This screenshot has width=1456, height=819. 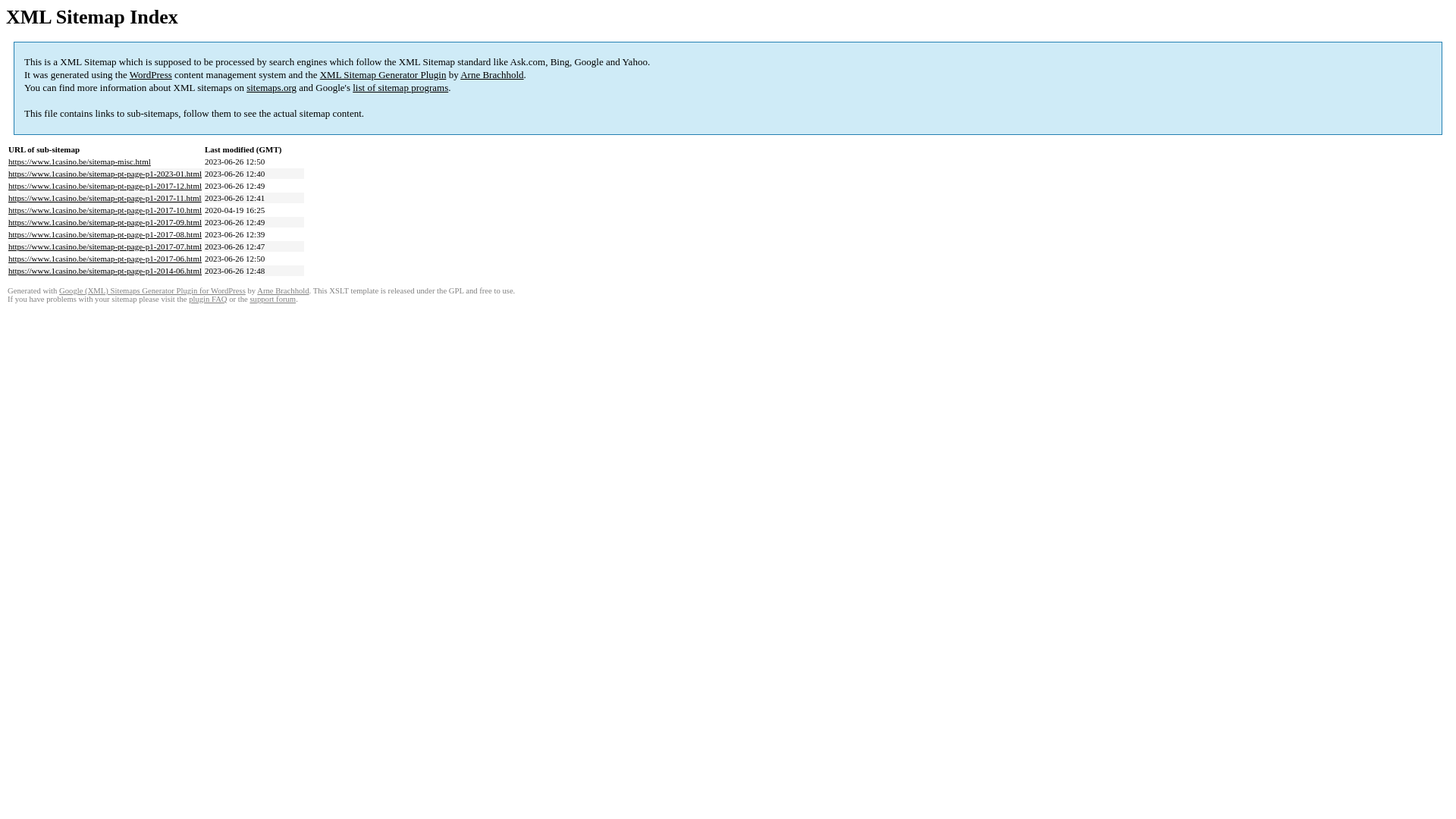 What do you see at coordinates (104, 257) in the screenshot?
I see `'https://www.1casino.be/sitemap-pt-page-p1-2017-06.html'` at bounding box center [104, 257].